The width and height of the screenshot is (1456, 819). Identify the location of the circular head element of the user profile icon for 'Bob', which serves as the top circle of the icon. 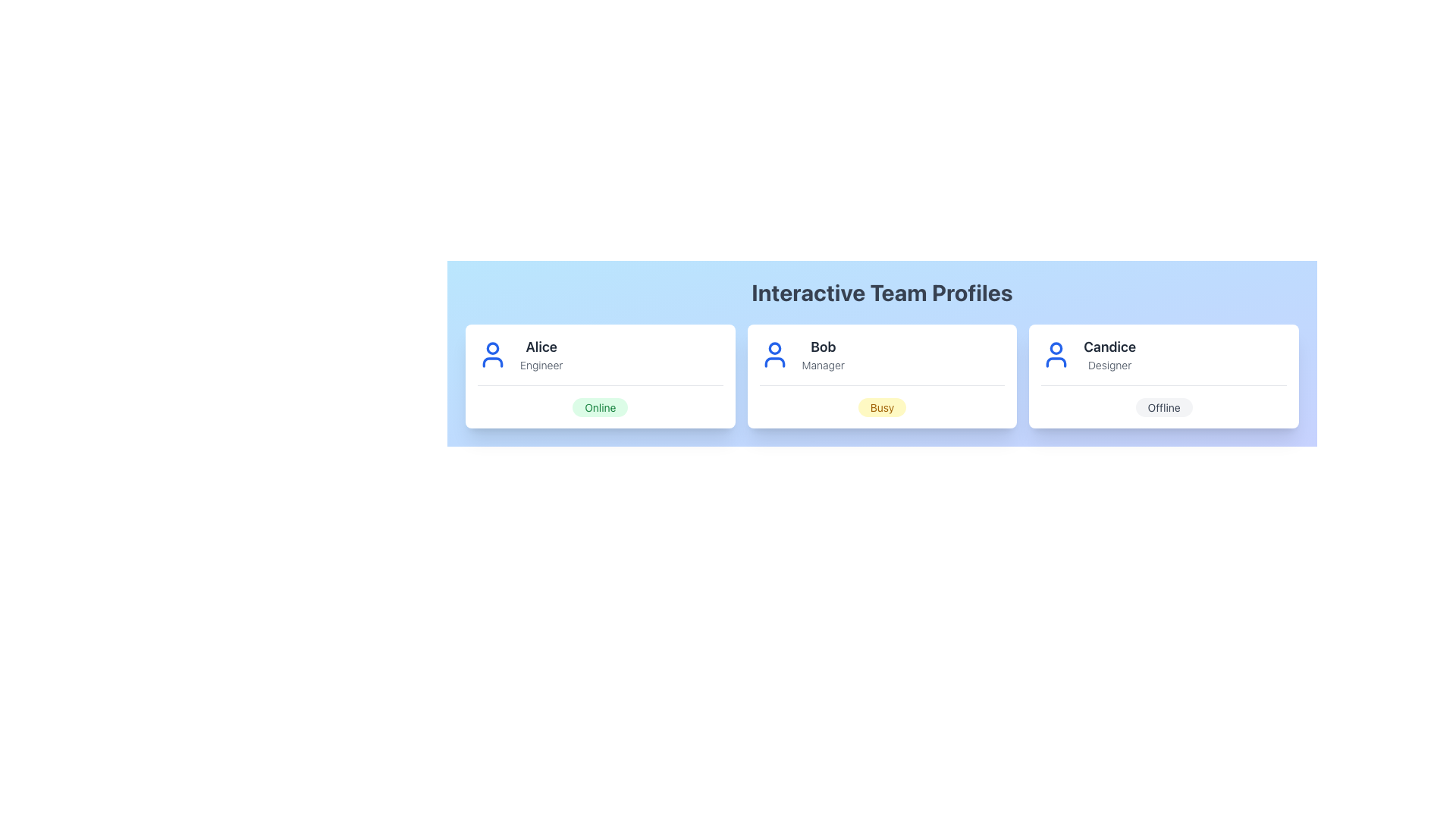
(774, 348).